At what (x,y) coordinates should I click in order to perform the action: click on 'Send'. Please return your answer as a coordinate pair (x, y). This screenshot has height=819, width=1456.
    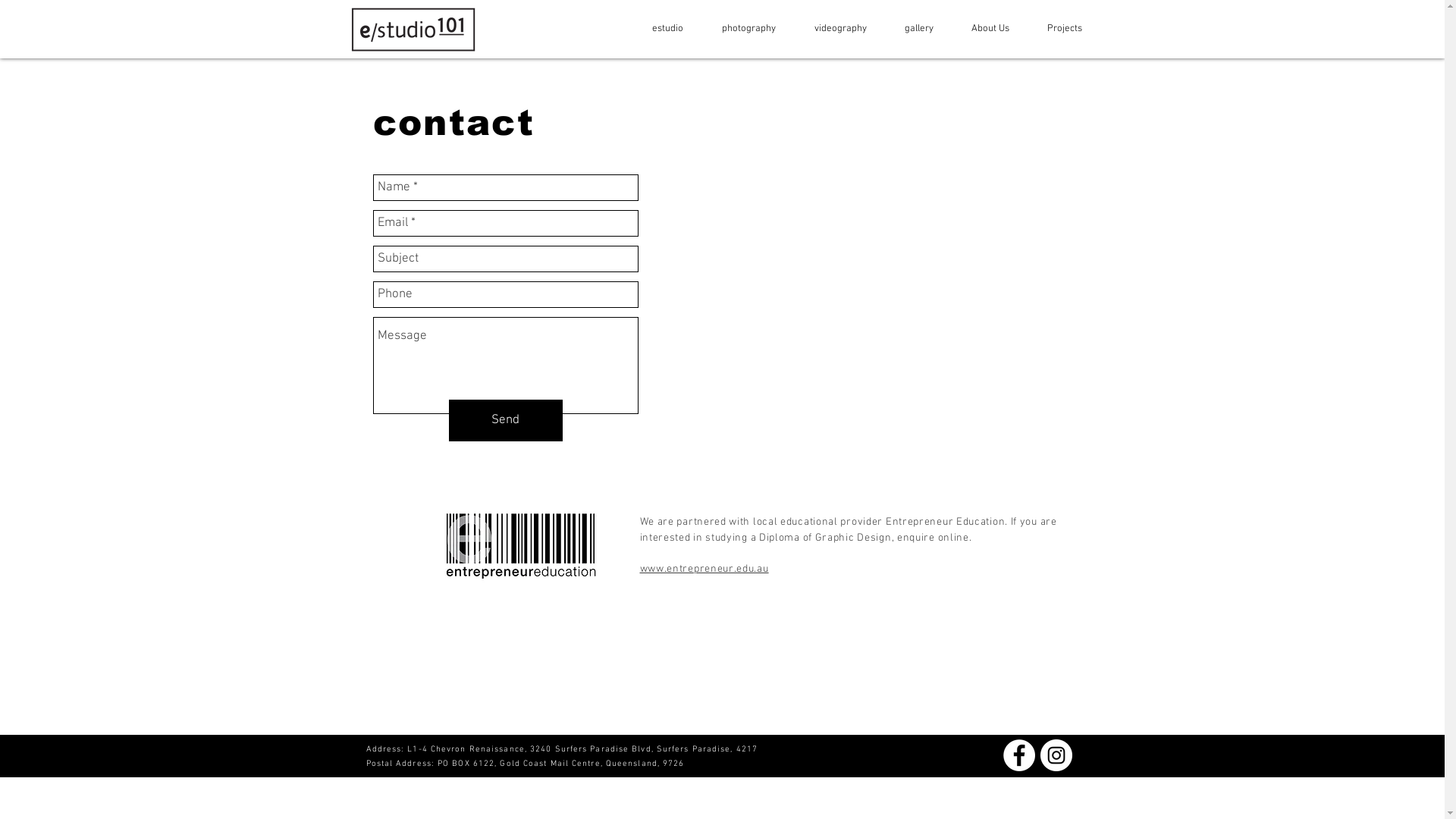
    Looking at the image, I should click on (506, 420).